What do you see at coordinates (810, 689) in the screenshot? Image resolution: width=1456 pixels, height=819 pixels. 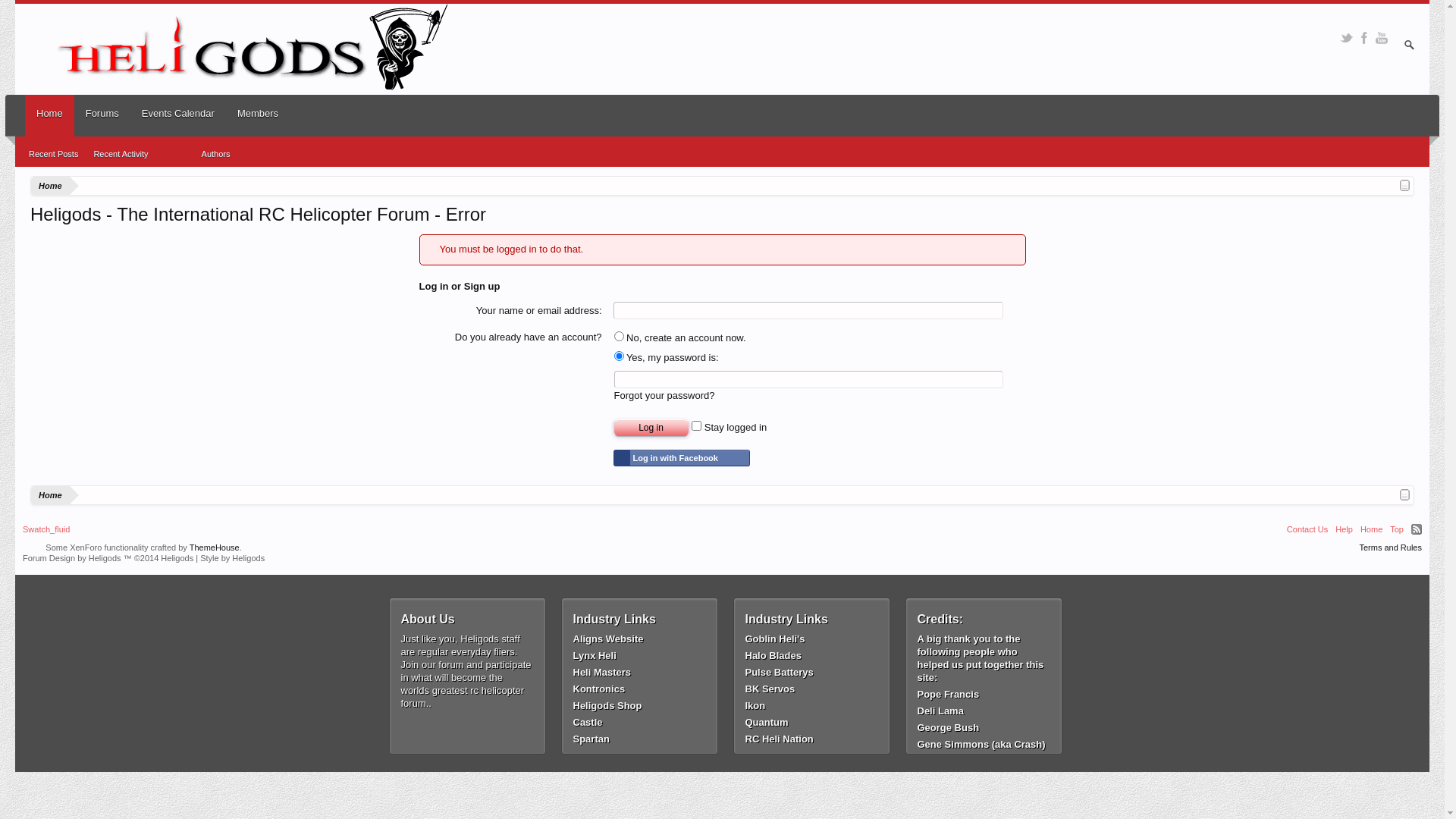 I see `'BK Servos'` at bounding box center [810, 689].